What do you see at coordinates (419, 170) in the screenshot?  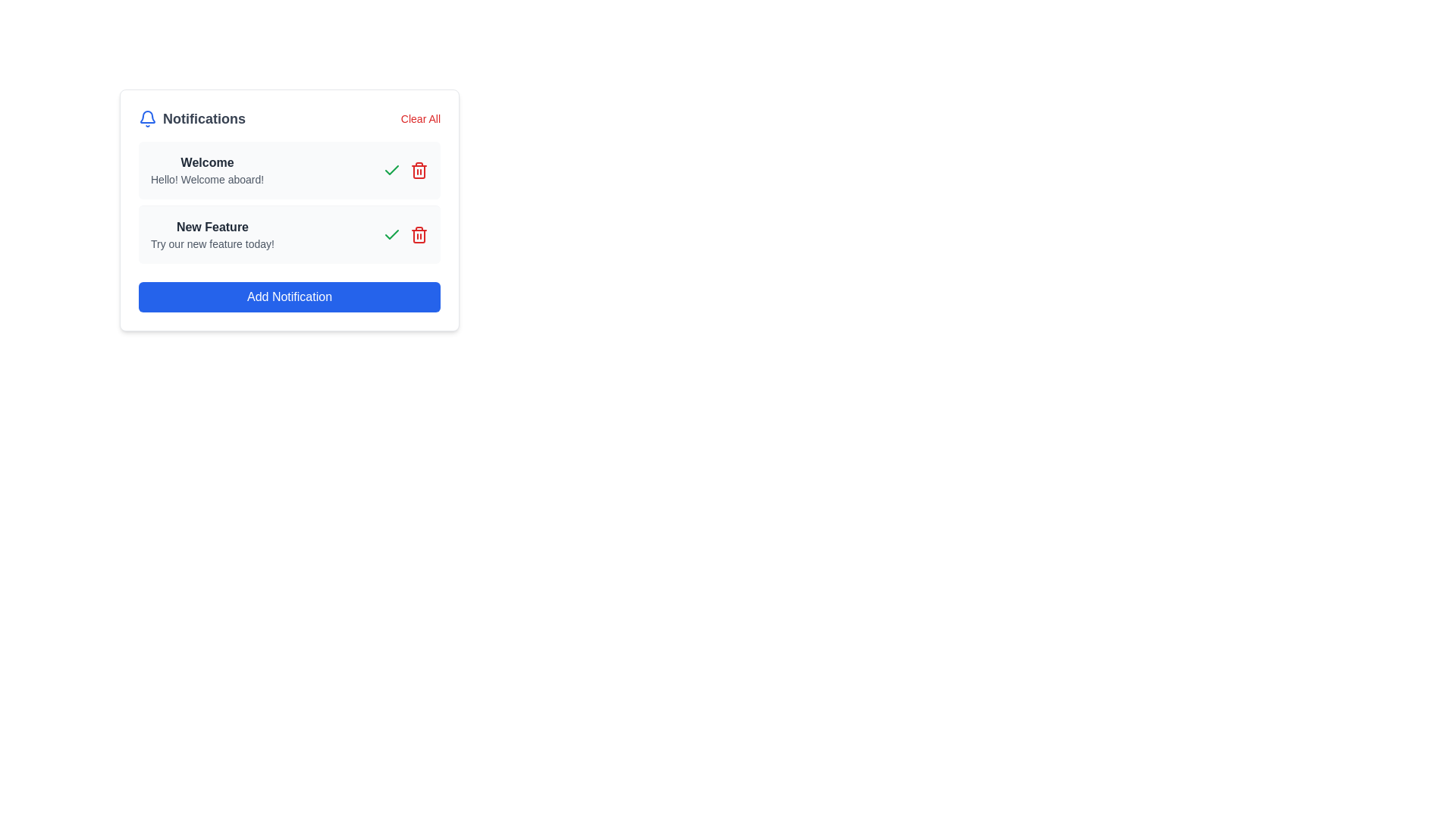 I see `the red trash can icon` at bounding box center [419, 170].